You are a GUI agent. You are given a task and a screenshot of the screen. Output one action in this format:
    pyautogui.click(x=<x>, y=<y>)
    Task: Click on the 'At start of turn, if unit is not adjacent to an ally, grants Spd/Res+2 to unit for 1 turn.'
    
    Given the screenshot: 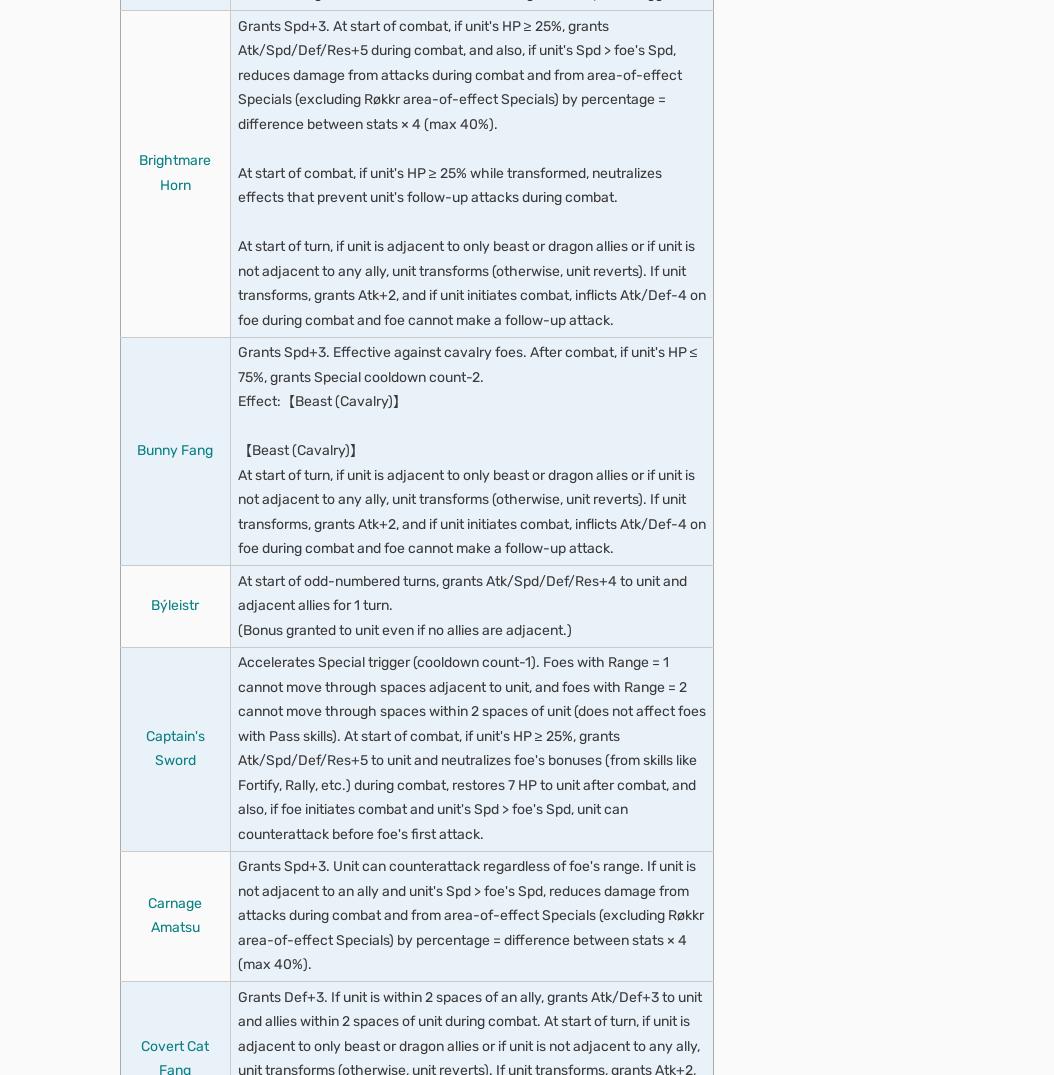 What is the action you would take?
    pyautogui.click(x=473, y=207)
    